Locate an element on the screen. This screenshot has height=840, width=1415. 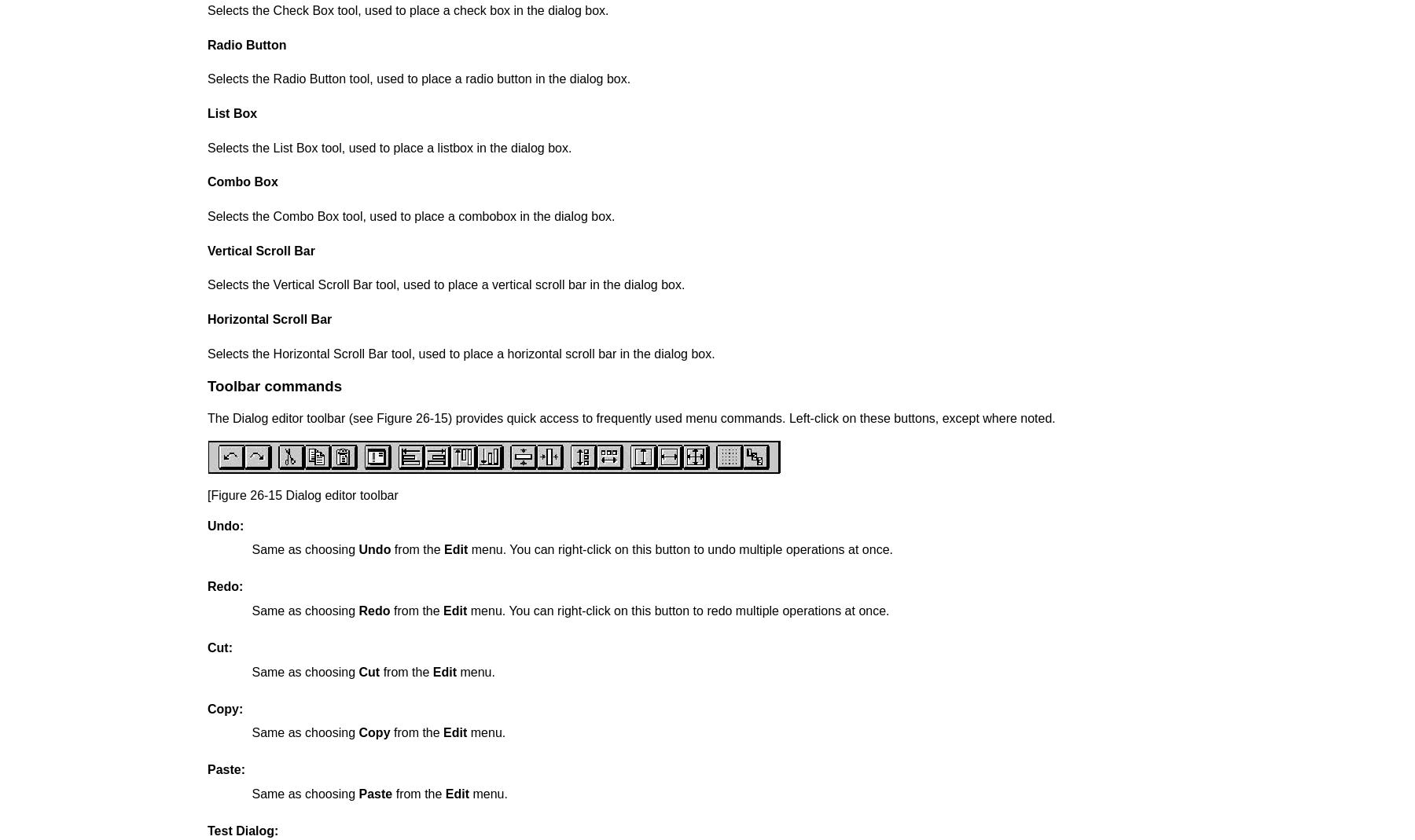
'Combo Box' is located at coordinates (241, 181).